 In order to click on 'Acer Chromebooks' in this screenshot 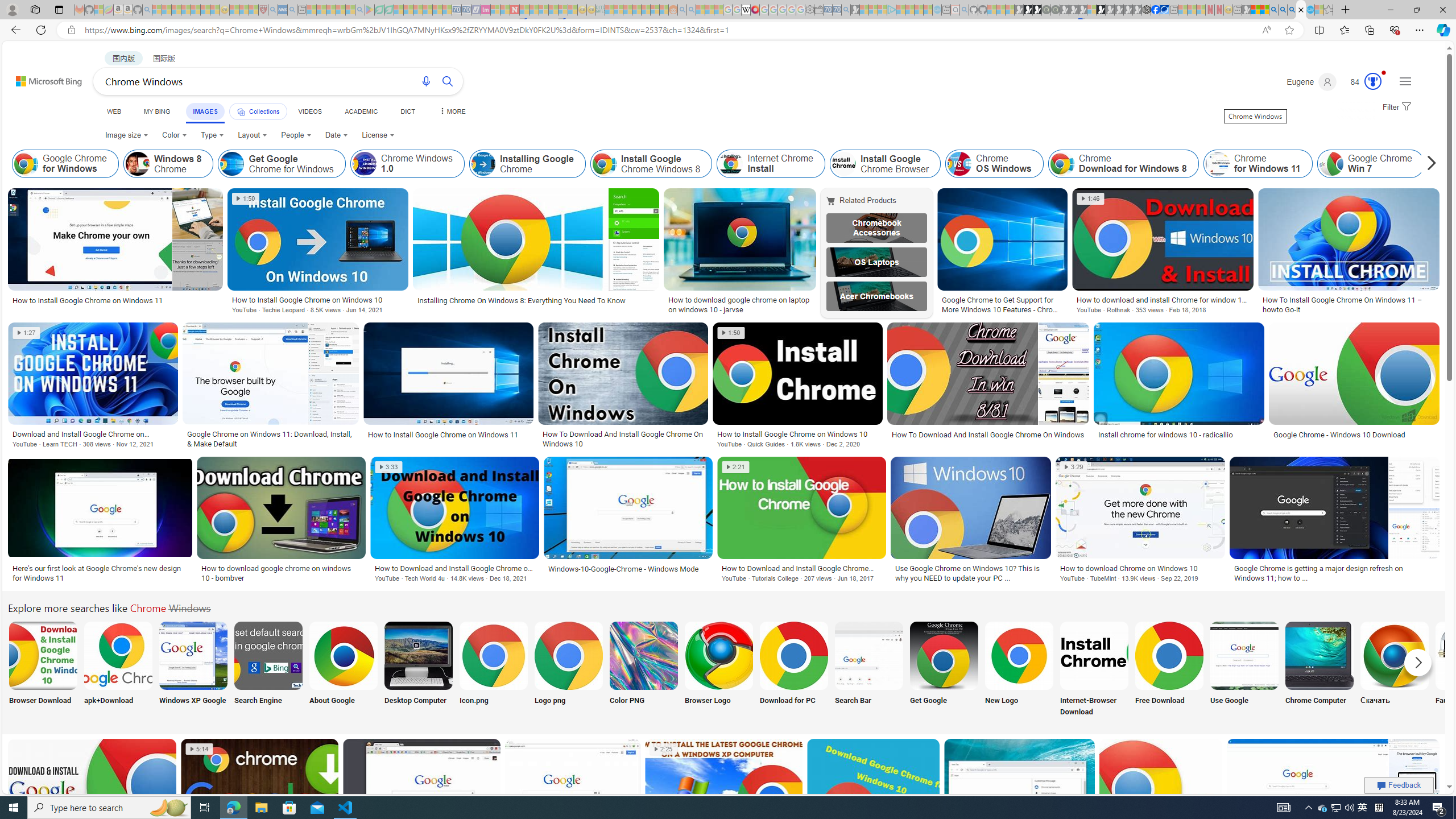, I will do `click(876, 296)`.